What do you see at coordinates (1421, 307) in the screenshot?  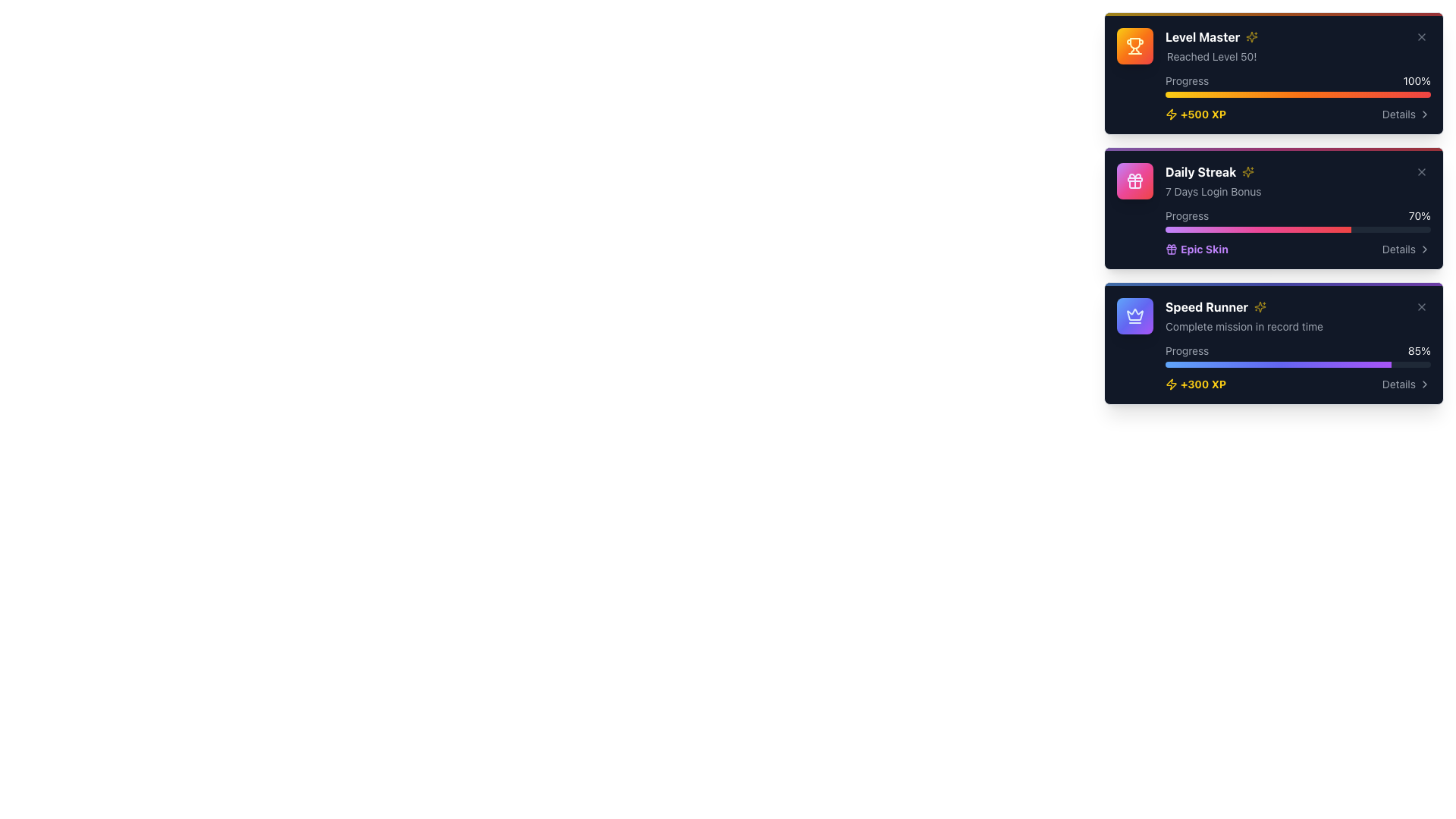 I see `the small, round button with a dark background and white 'X' icon located at the top-right corner of the 'Speed Runner' card` at bounding box center [1421, 307].